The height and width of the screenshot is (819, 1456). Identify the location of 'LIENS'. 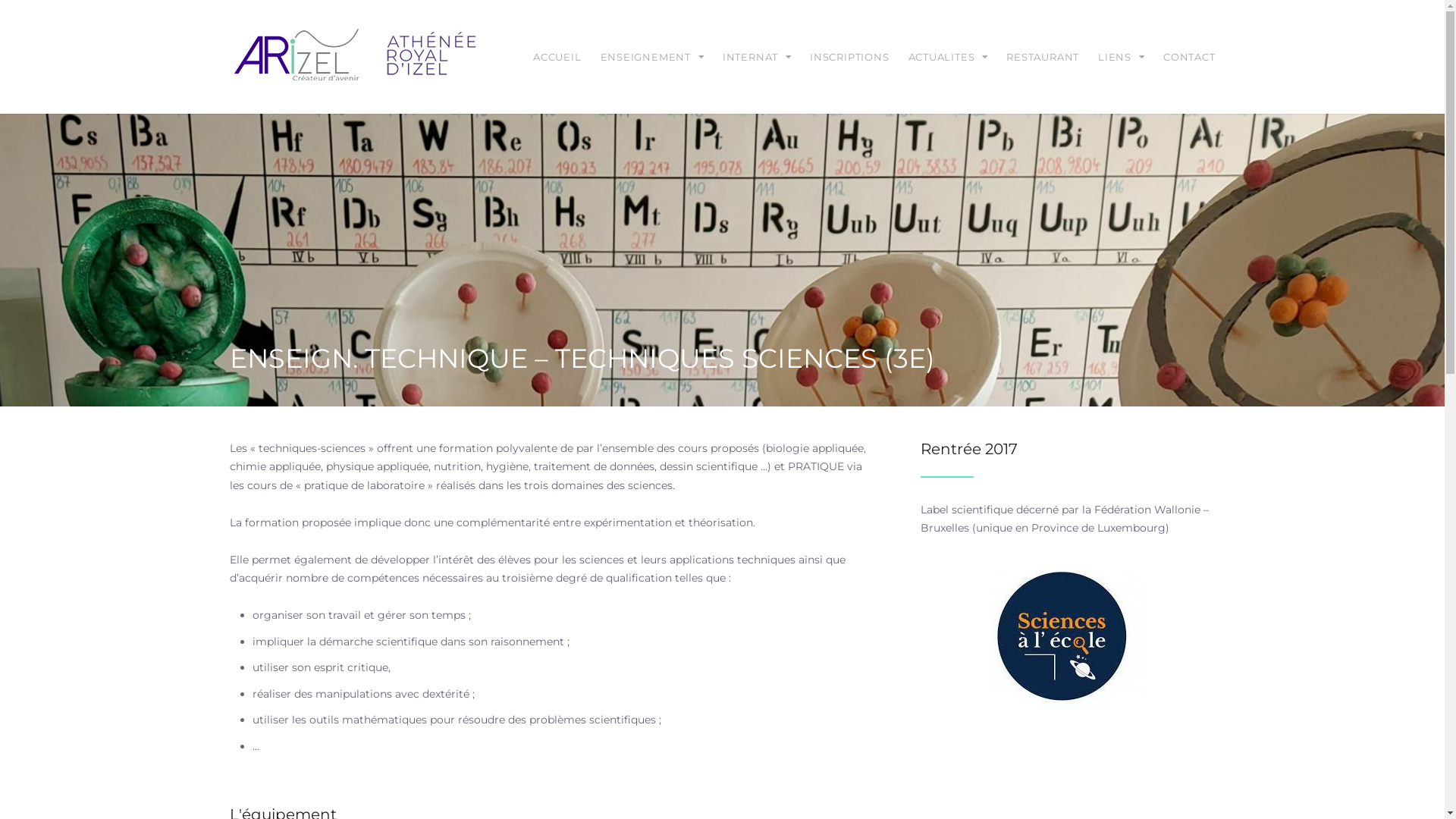
(1121, 55).